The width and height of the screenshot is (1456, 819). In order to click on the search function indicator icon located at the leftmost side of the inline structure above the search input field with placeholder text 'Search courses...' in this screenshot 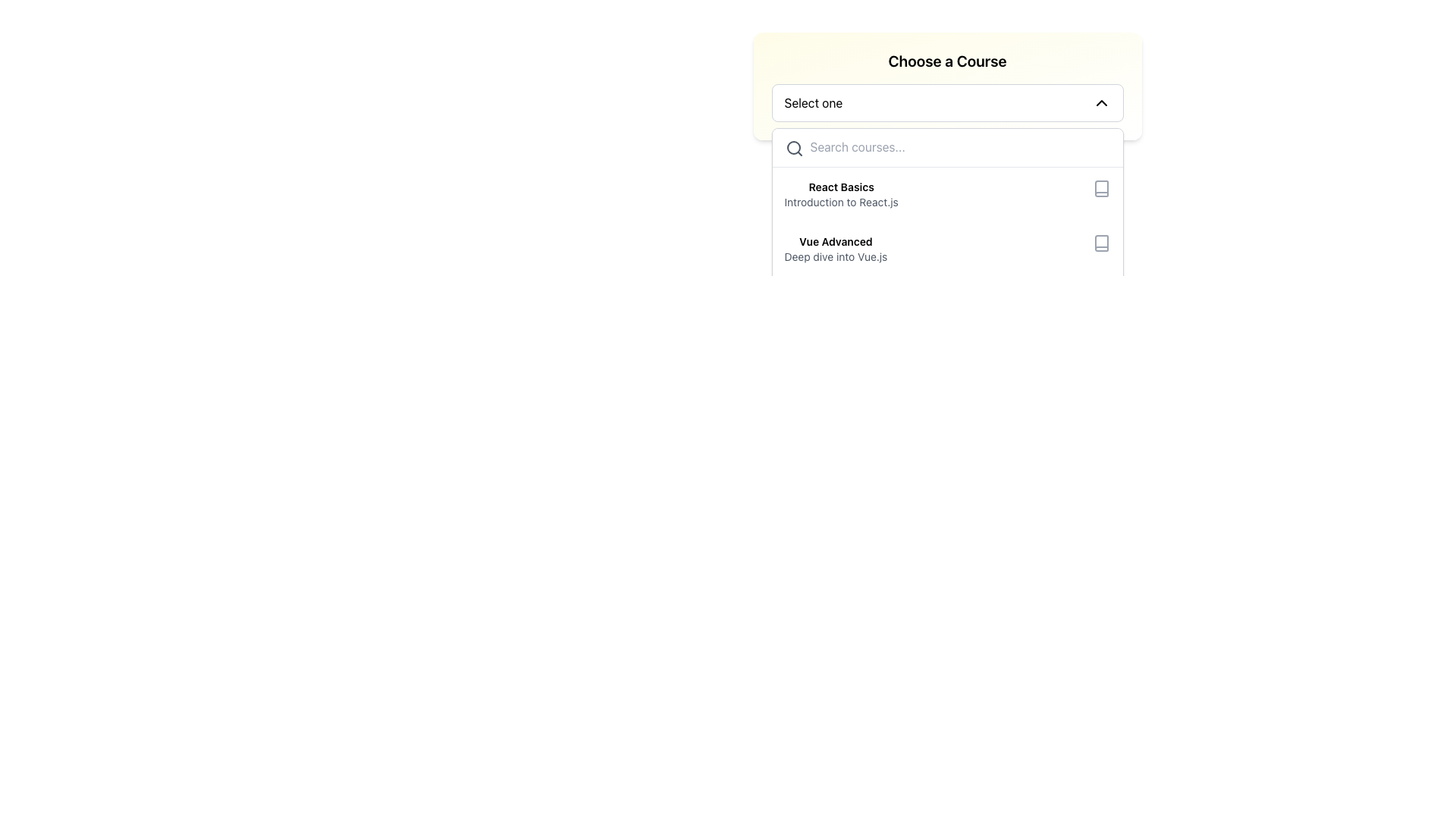, I will do `click(794, 148)`.